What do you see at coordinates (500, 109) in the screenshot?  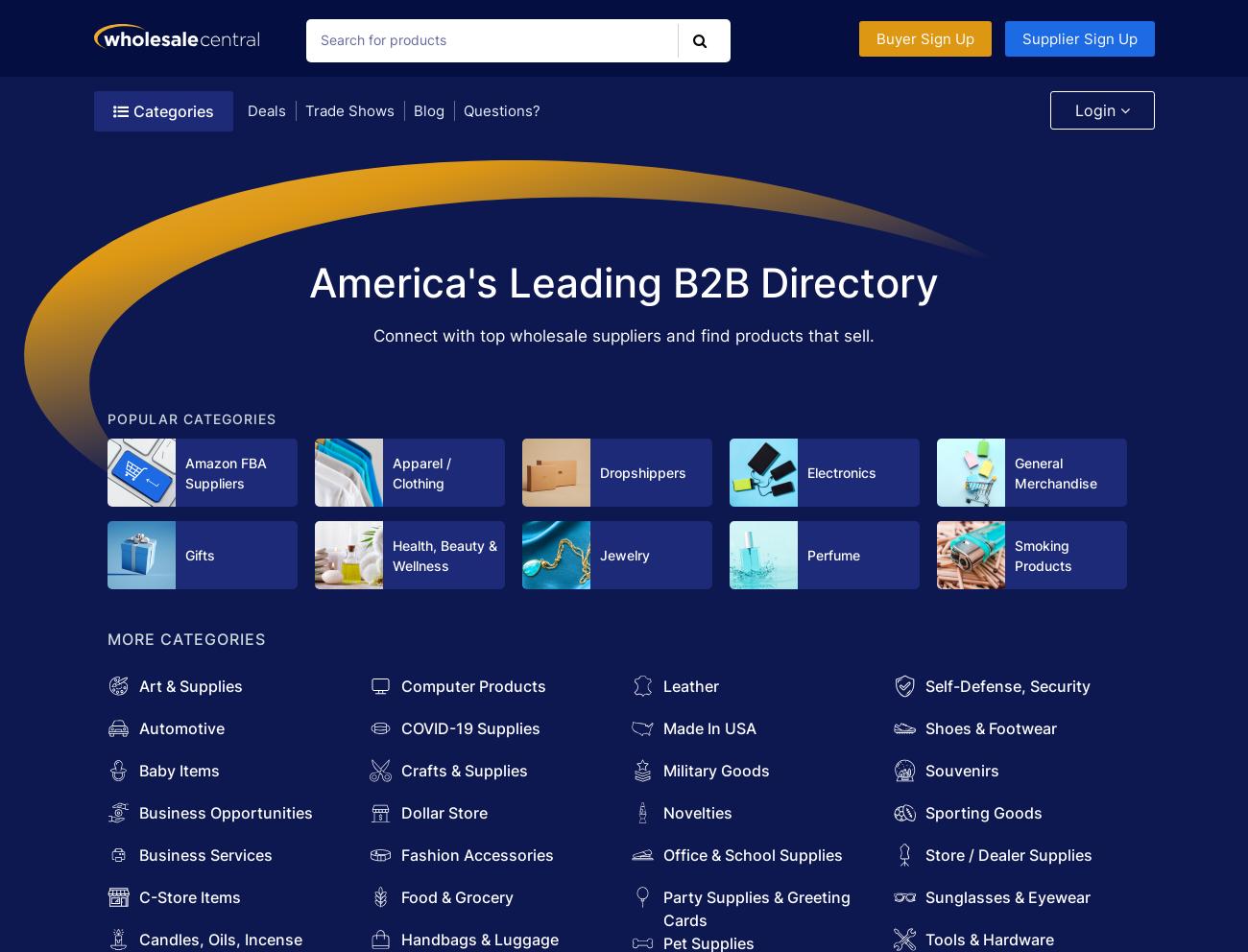 I see `'Questions?'` at bounding box center [500, 109].